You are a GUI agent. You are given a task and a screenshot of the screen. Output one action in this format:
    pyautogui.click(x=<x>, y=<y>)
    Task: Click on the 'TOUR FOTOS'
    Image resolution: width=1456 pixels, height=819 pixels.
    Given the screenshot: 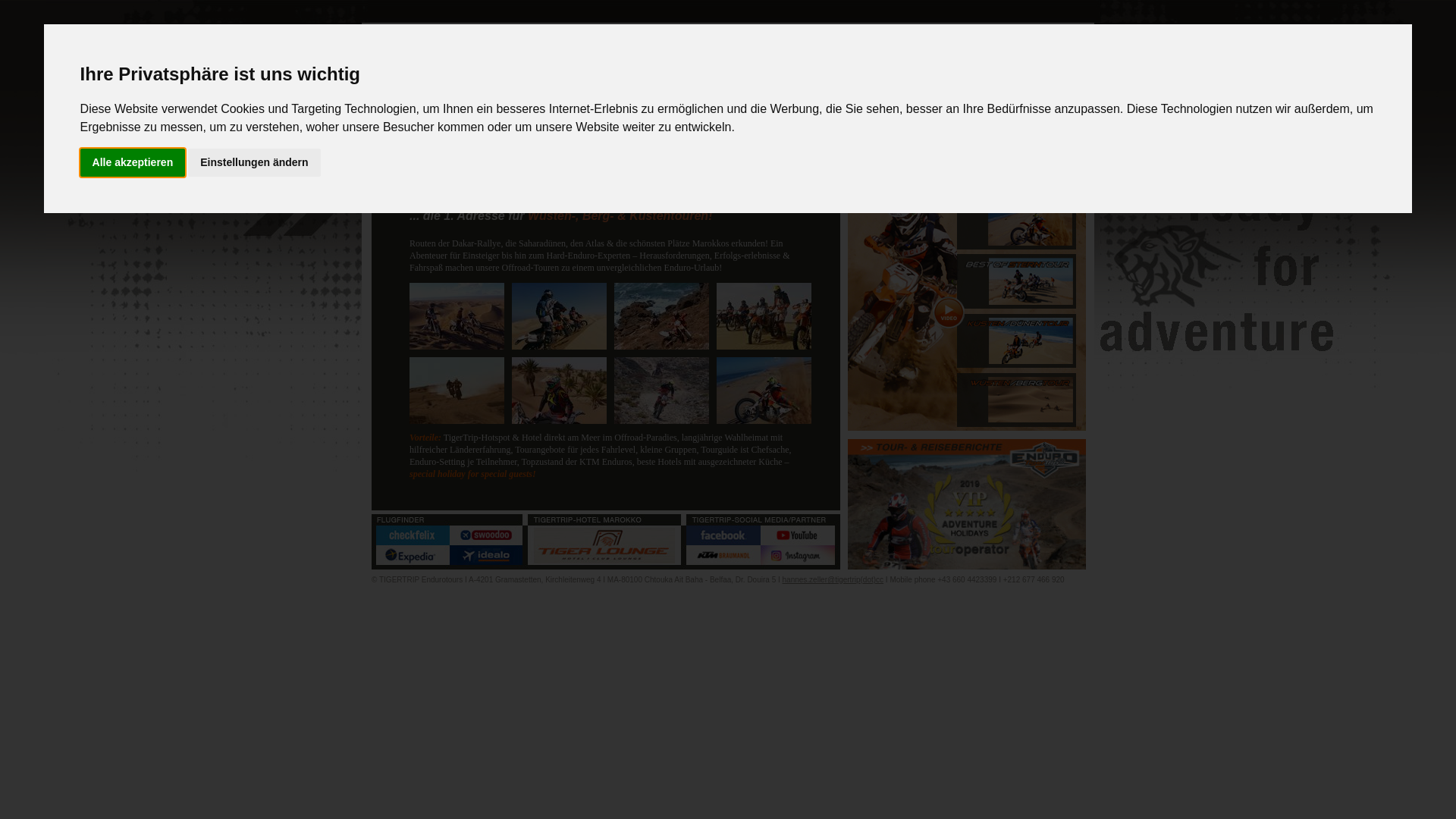 What is the action you would take?
    pyautogui.click(x=903, y=154)
    